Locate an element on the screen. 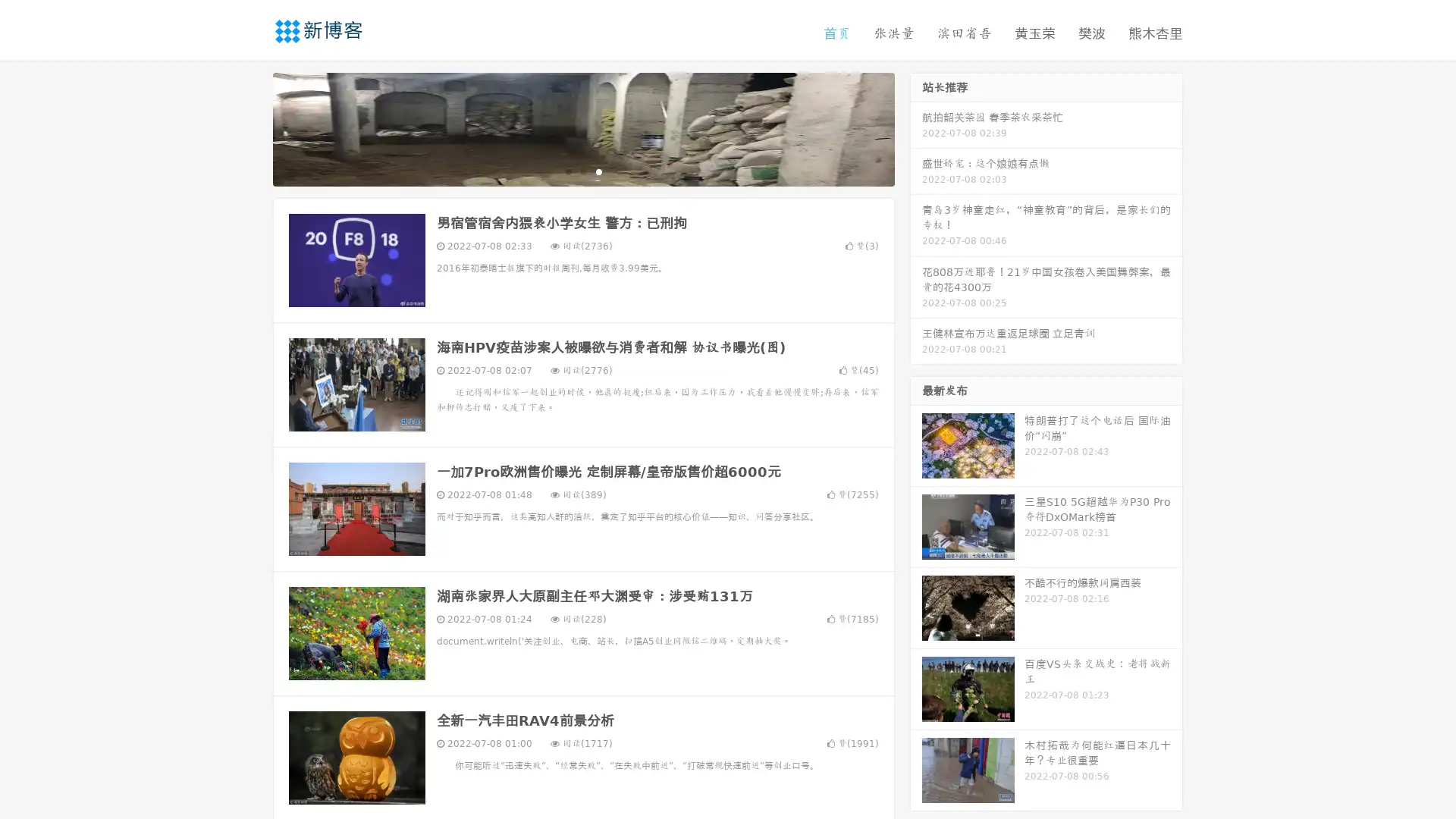  Go to slide 2 is located at coordinates (582, 171).